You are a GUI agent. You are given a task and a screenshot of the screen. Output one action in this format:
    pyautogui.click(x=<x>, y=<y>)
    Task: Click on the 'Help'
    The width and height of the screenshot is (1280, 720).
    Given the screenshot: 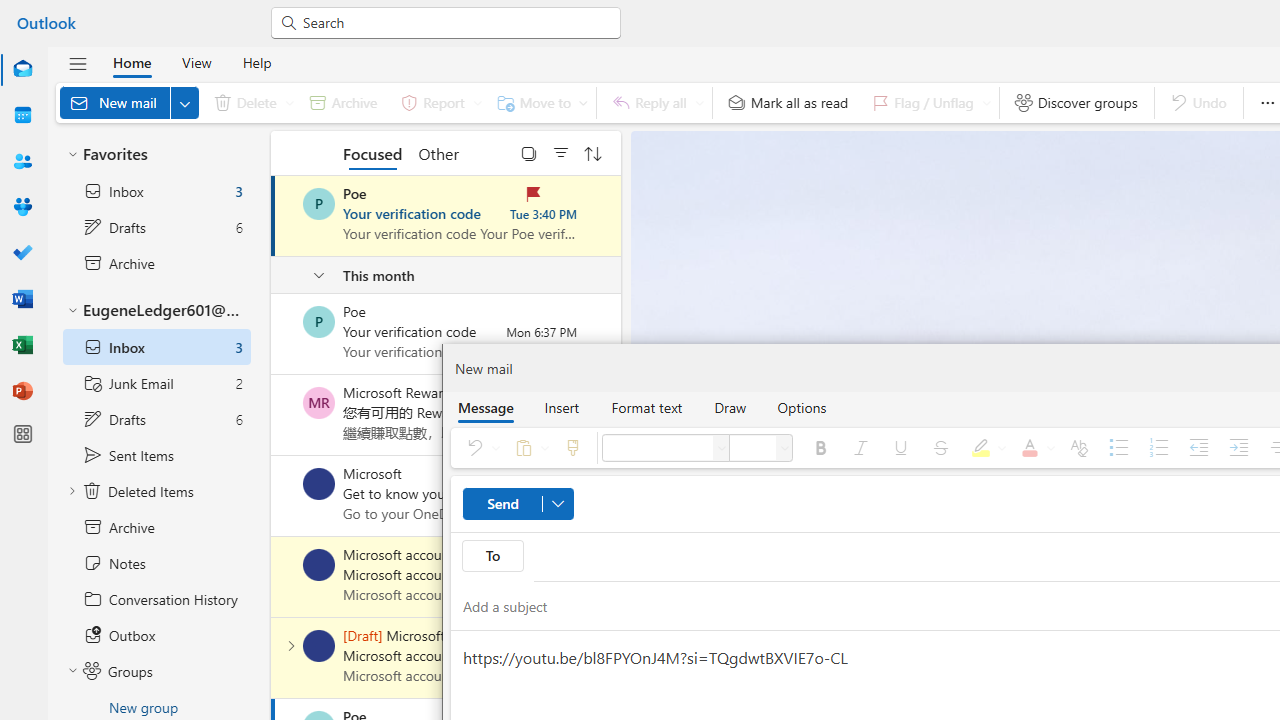 What is the action you would take?
    pyautogui.click(x=255, y=61)
    